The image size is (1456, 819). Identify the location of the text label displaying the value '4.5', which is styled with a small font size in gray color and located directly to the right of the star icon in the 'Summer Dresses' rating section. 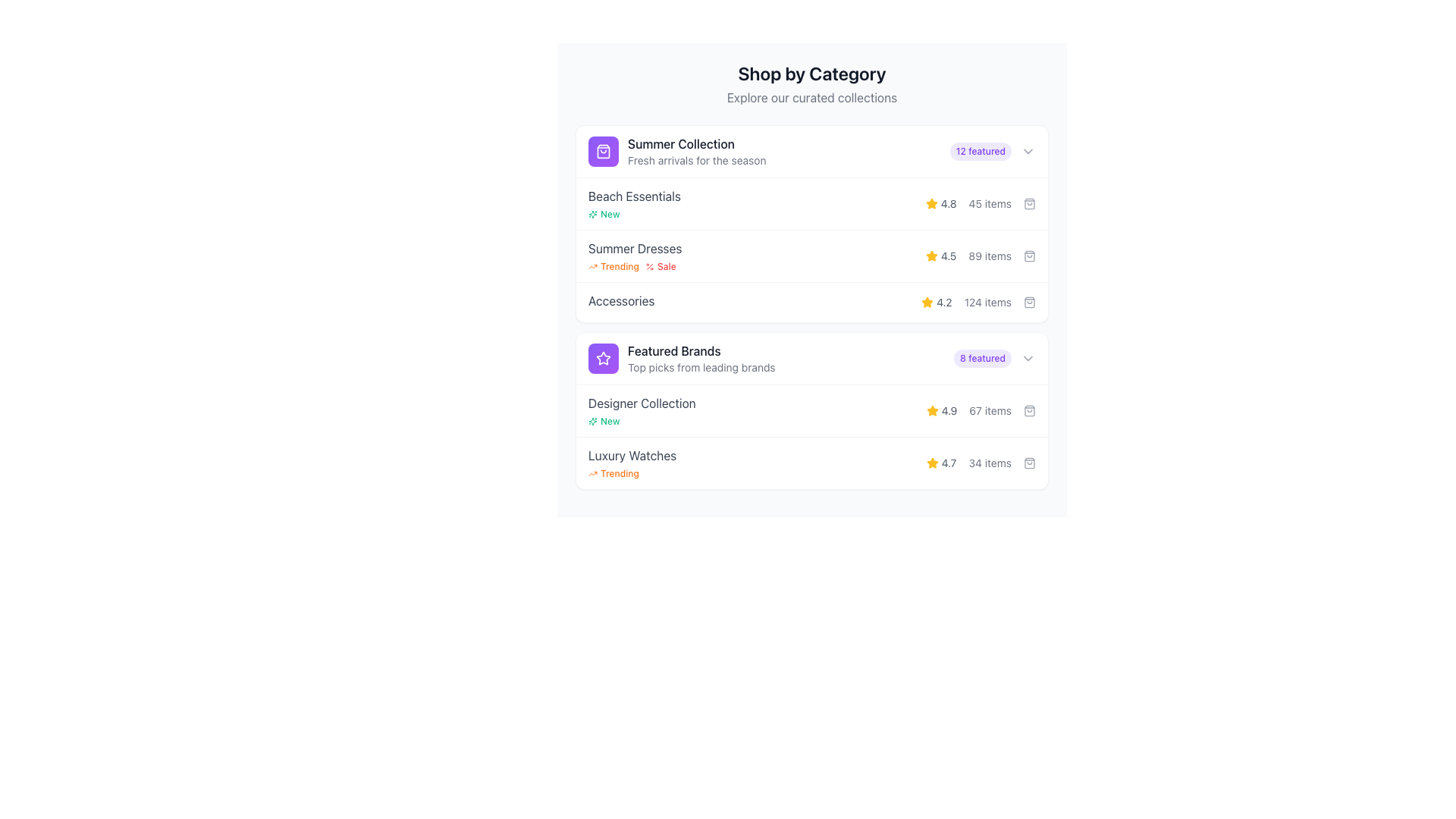
(948, 256).